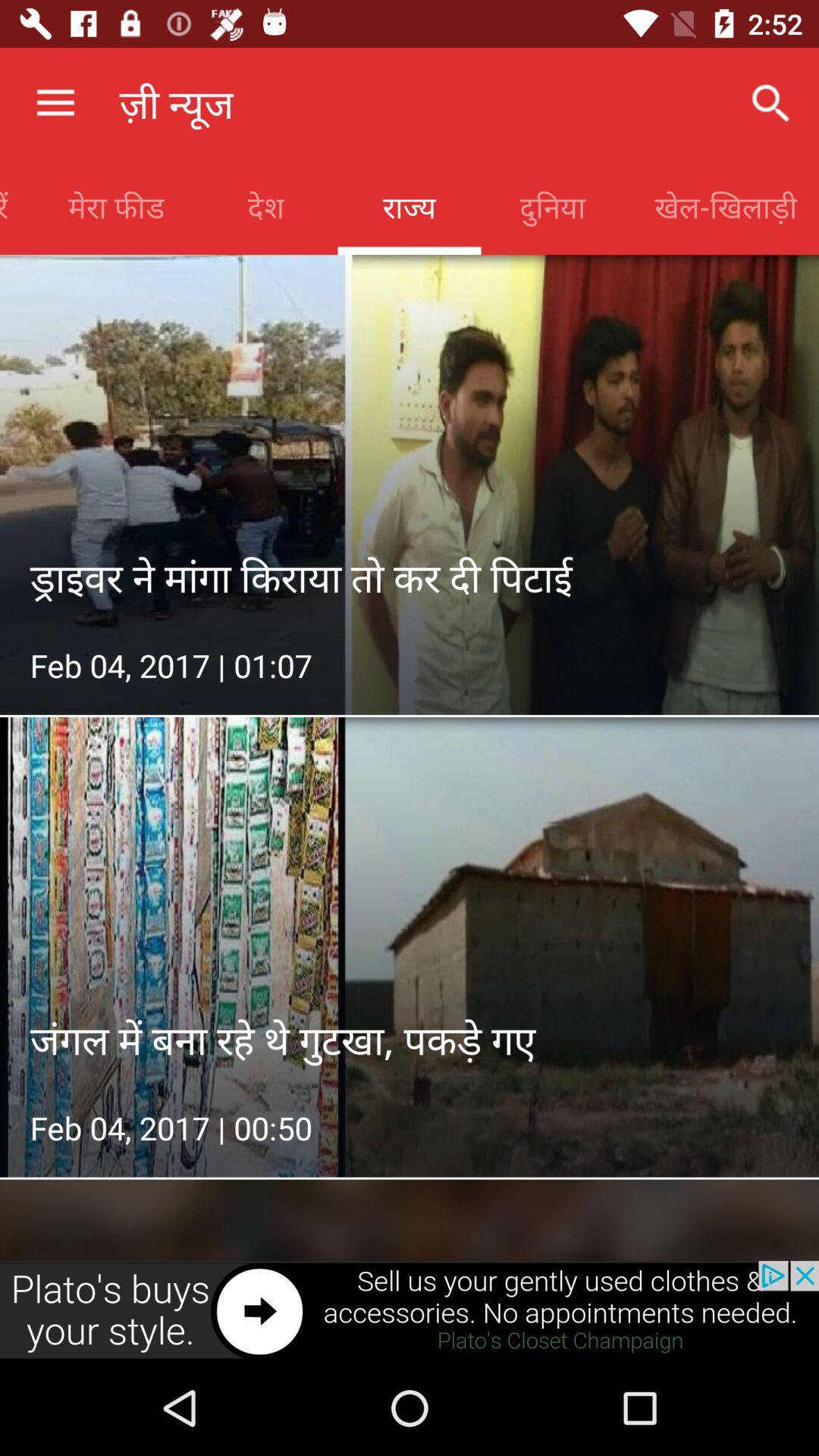 This screenshot has height=1456, width=819. I want to click on the search button, so click(771, 103).